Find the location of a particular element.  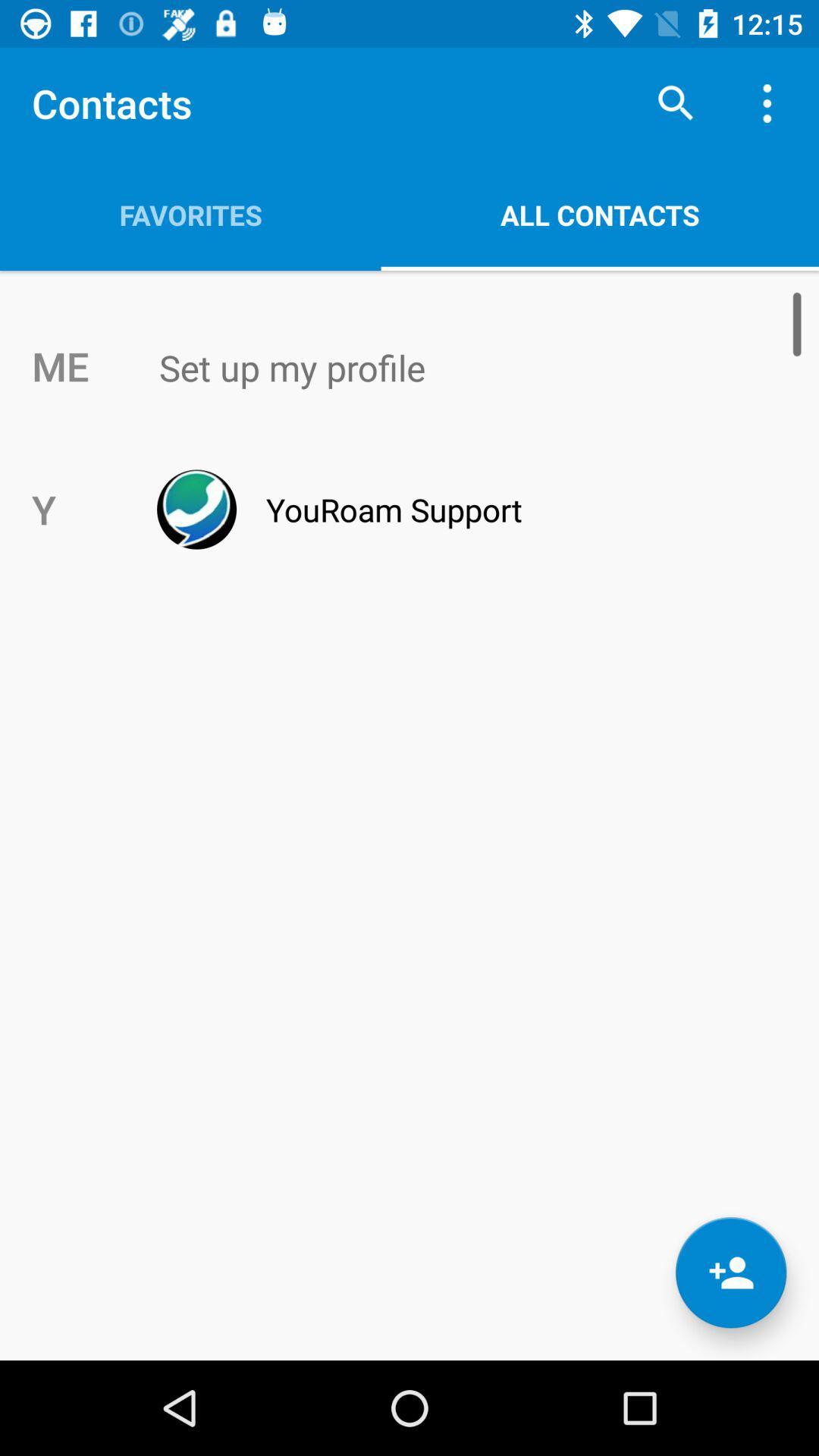

the item above the me app is located at coordinates (190, 214).